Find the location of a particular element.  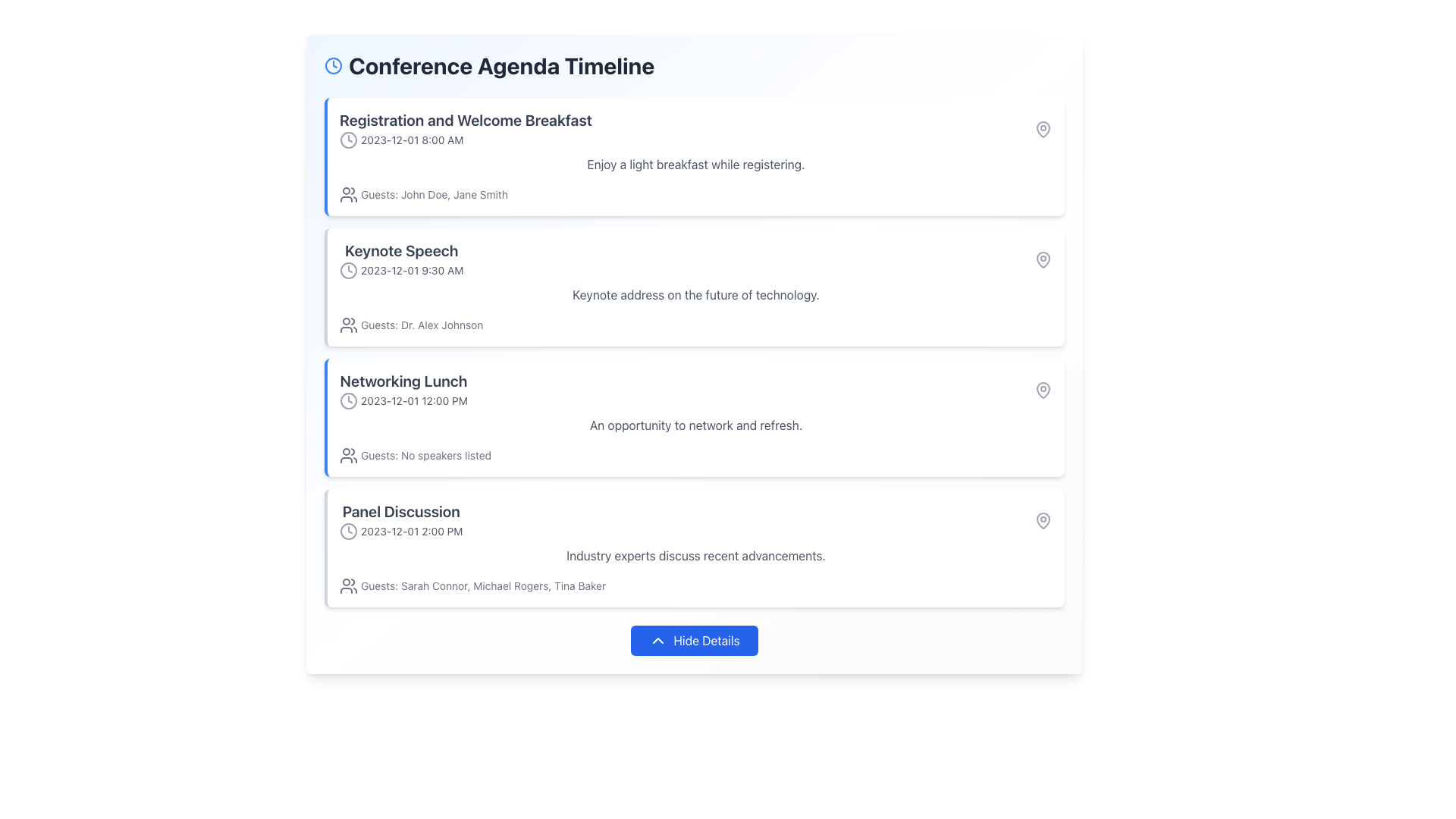

the time indicator icon located within the first card under the heading 'Registration and Welcome Breakfast', positioned to the left of the text '2023-12-01 8:00 AM' is located at coordinates (348, 140).